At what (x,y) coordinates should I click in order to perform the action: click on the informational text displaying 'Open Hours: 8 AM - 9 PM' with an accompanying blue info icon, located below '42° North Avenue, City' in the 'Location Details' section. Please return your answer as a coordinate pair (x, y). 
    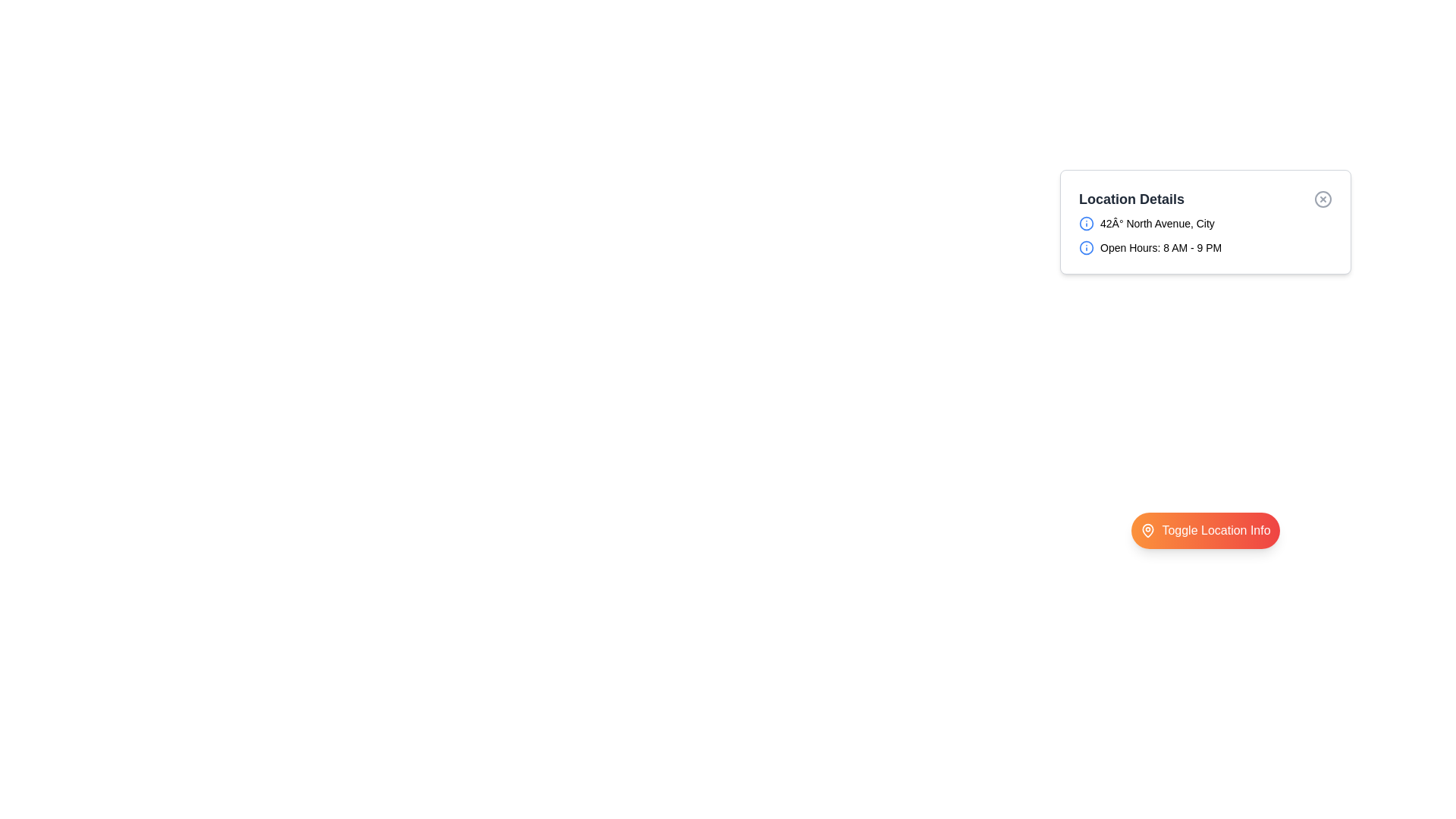
    Looking at the image, I should click on (1204, 247).